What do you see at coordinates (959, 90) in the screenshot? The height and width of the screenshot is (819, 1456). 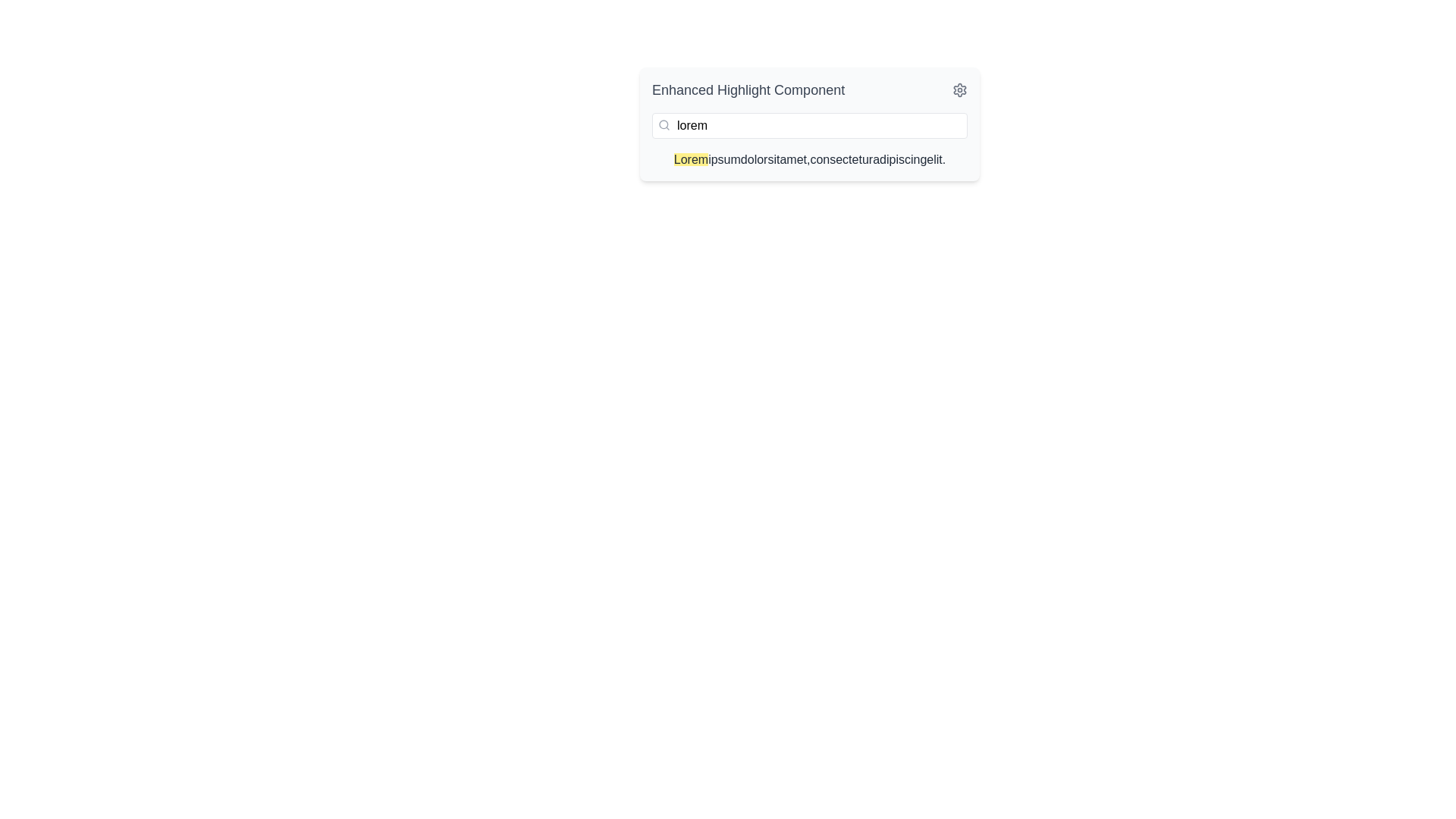 I see `the settings icon located at the top-right corner of the 'Enhanced Highlight Component' widget` at bounding box center [959, 90].